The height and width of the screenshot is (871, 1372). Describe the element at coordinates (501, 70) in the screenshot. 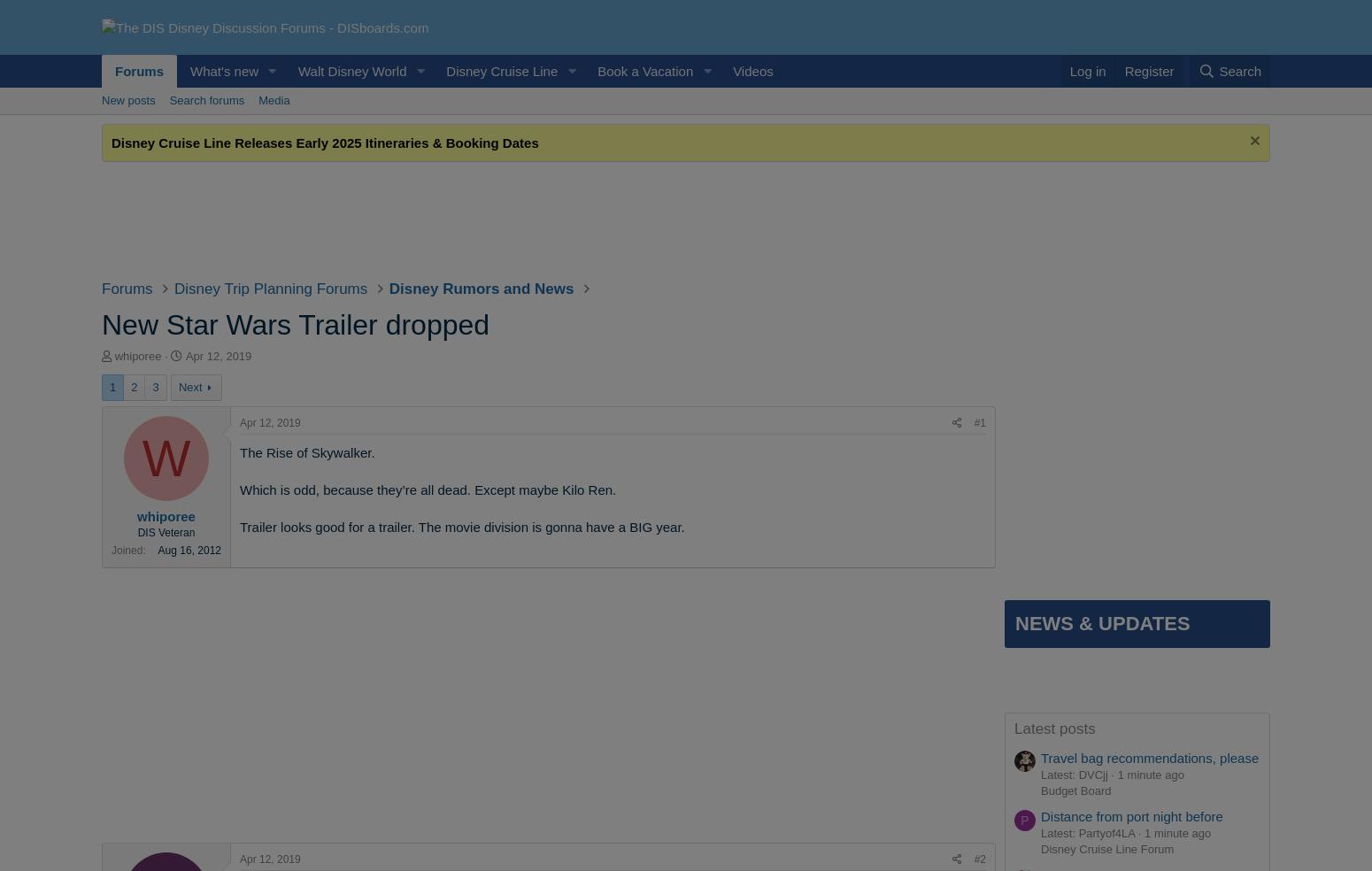

I see `'Disney Cruise Line'` at that location.